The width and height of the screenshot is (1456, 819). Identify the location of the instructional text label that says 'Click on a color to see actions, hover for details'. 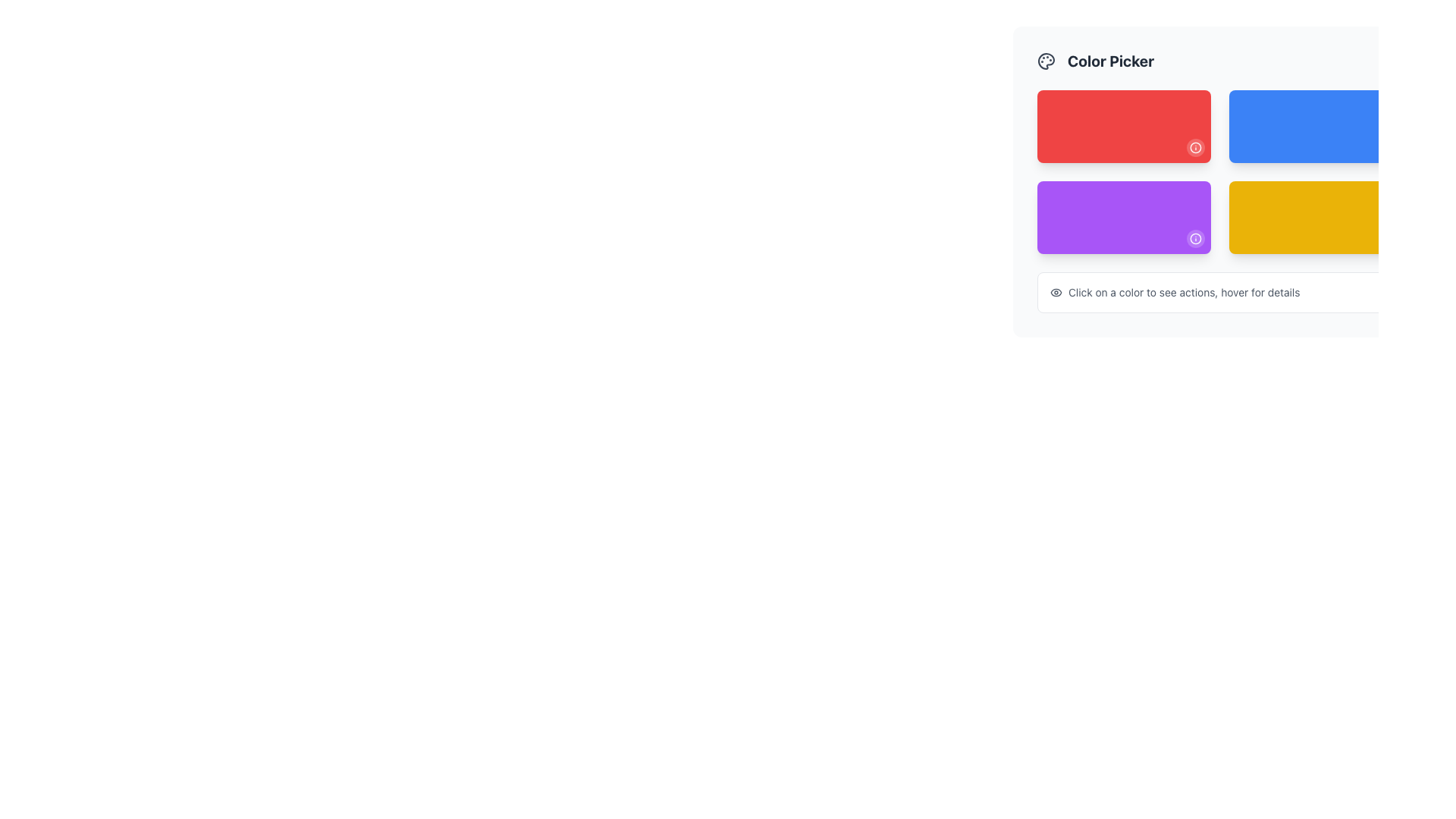
(1183, 292).